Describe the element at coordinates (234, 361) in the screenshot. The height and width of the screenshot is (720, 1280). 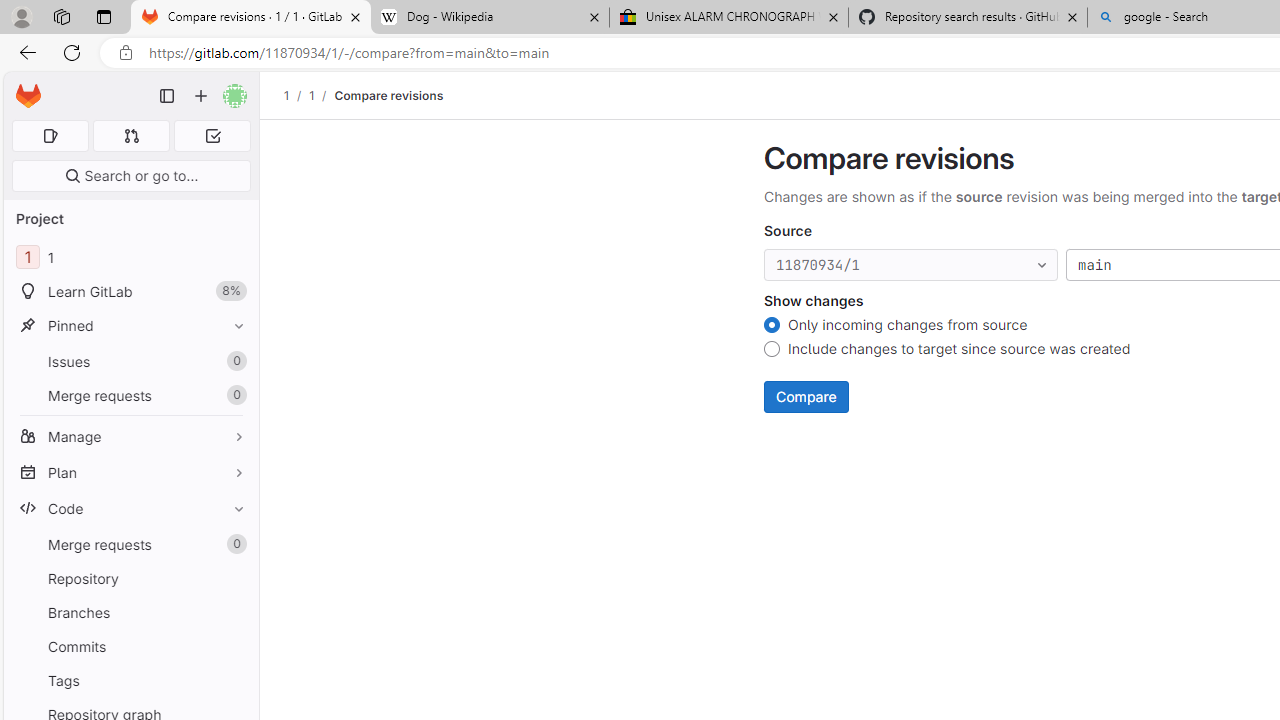
I see `'Unpin Issues'` at that location.